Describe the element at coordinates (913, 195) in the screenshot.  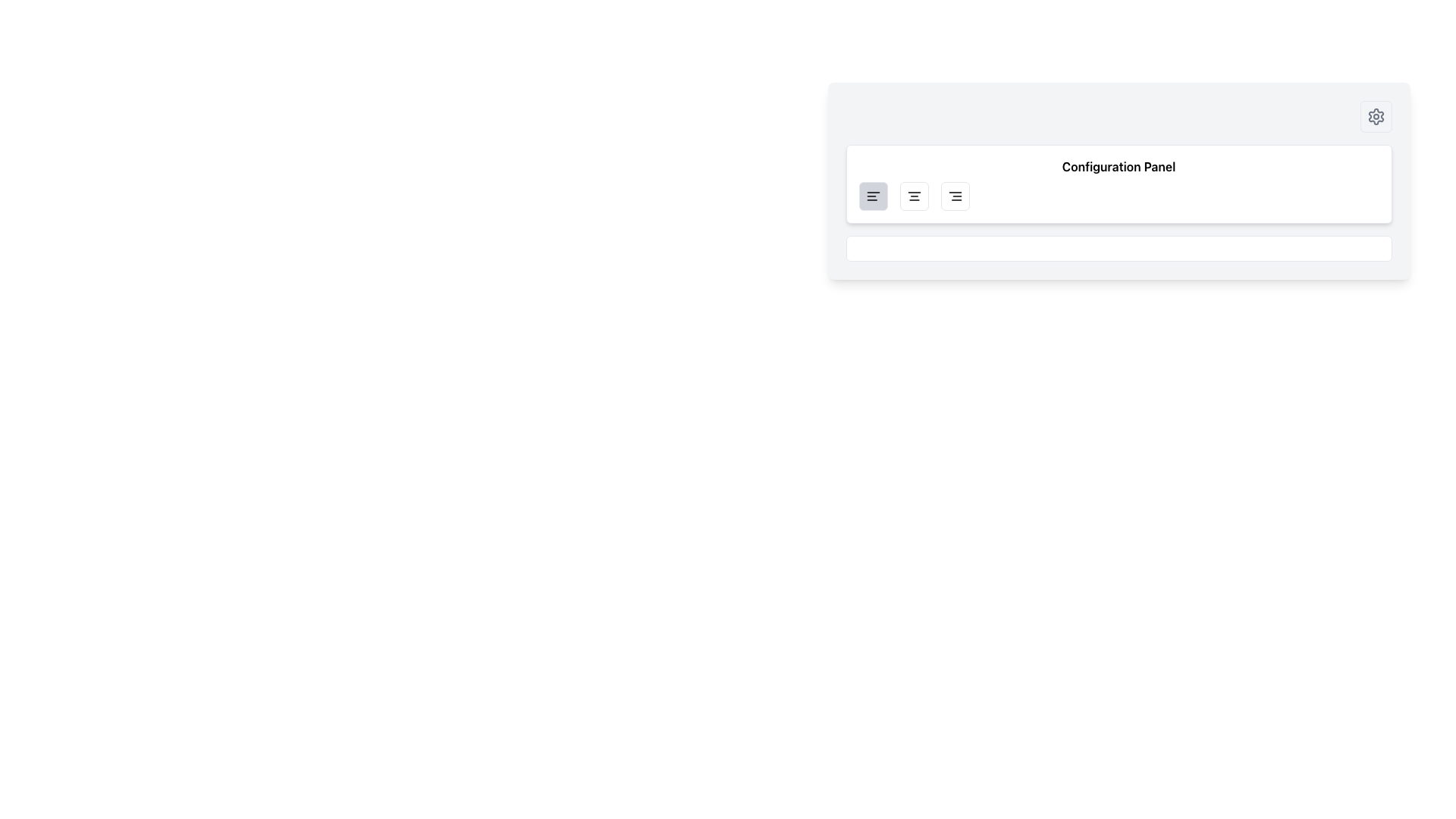
I see `the second icon button in a row of three icon buttons` at that location.